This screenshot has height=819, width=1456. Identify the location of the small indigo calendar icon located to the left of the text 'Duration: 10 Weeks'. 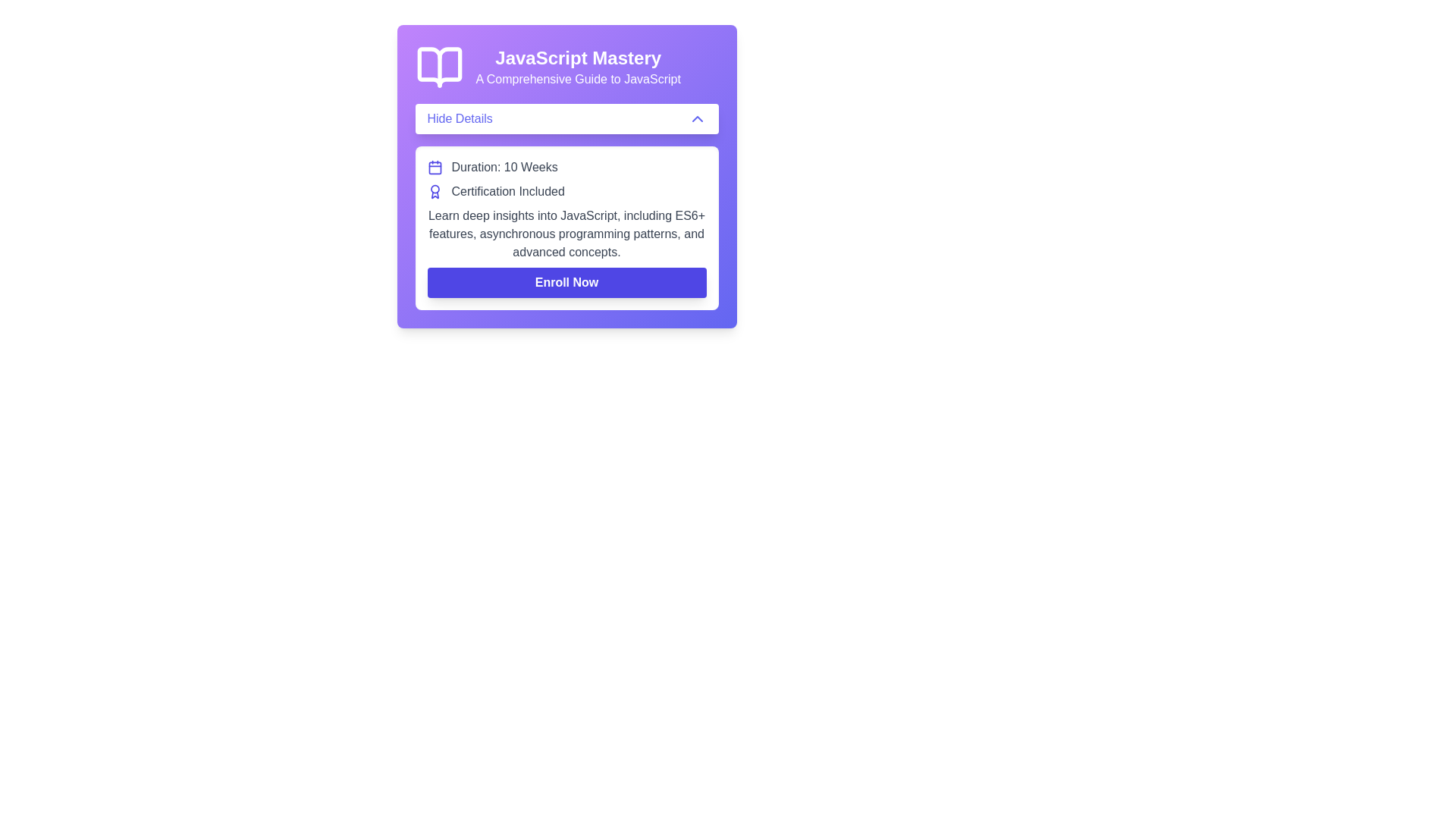
(434, 167).